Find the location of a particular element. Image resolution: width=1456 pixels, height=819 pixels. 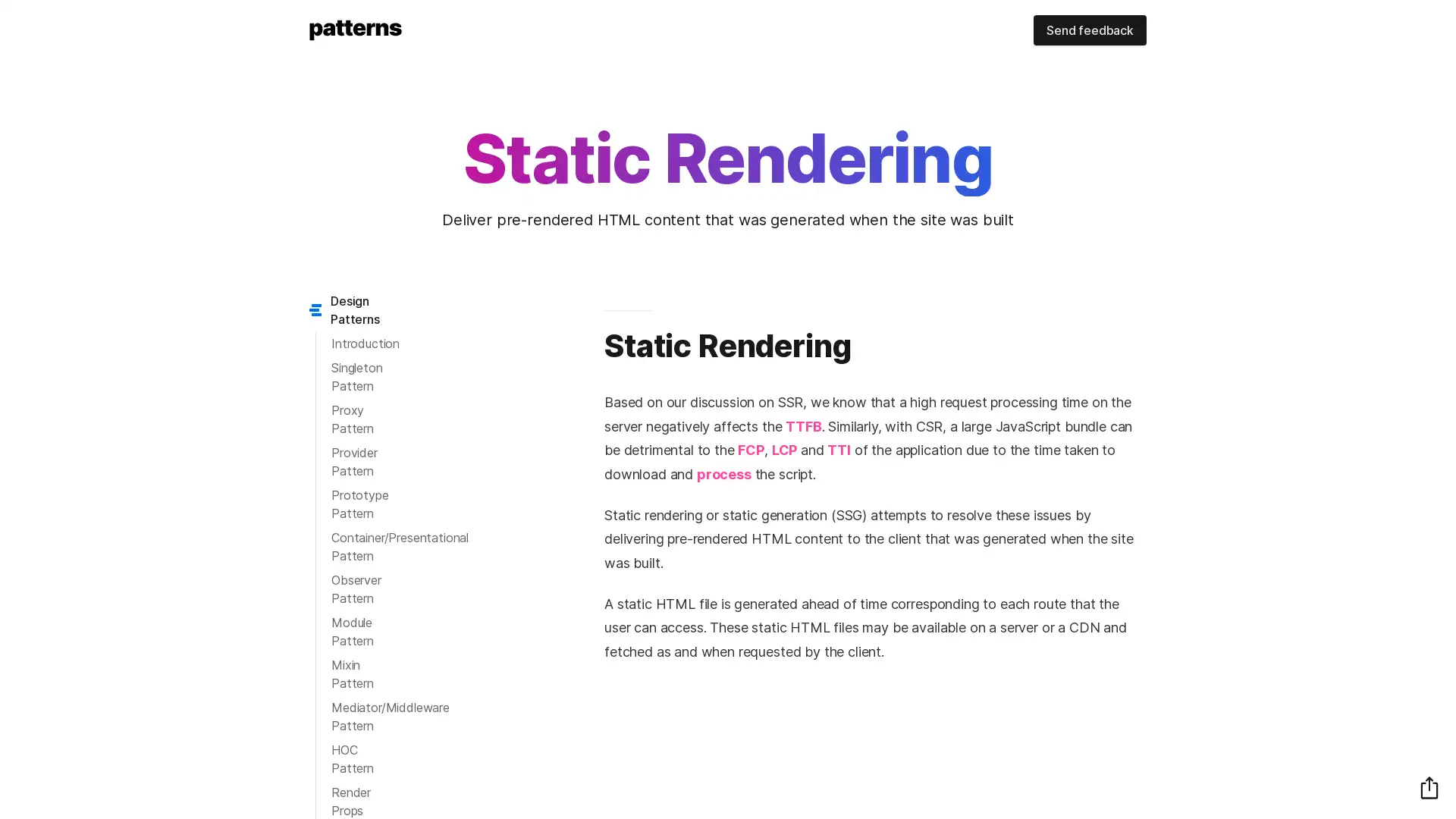

Share is located at coordinates (1429, 786).